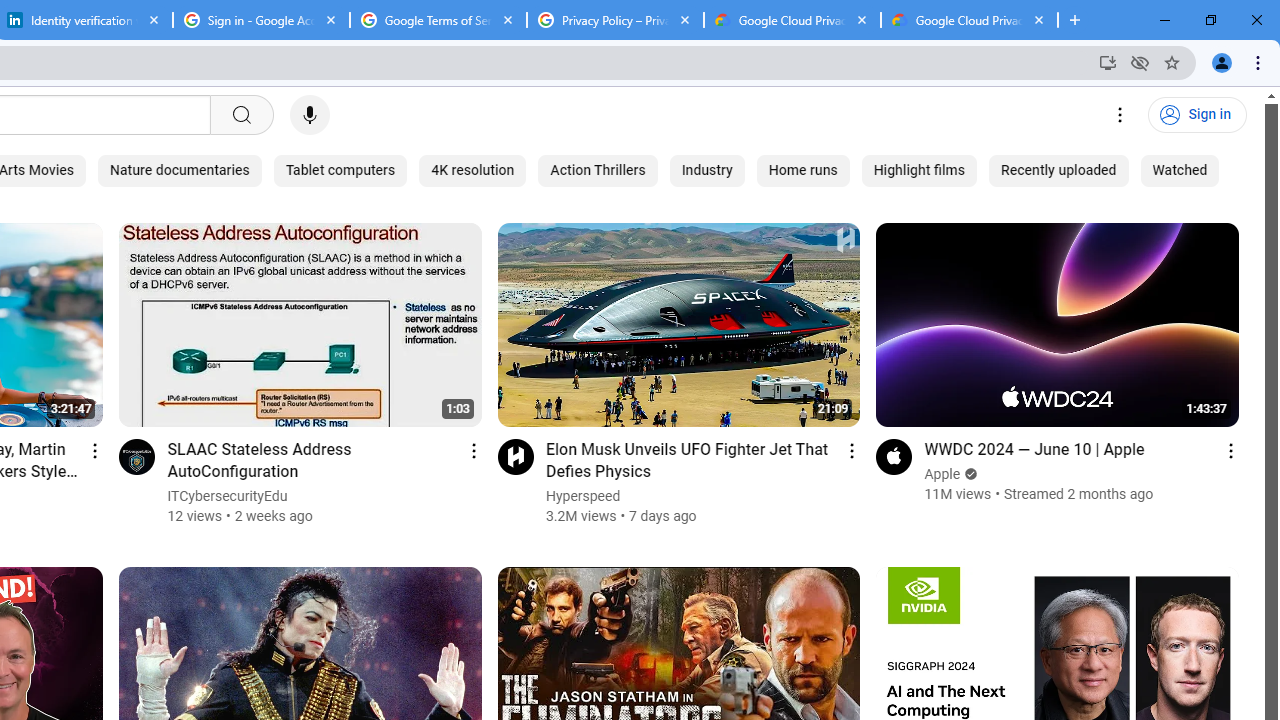 Image resolution: width=1280 pixels, height=720 pixels. Describe the element at coordinates (260, 20) in the screenshot. I see `'Sign in - Google Accounts'` at that location.